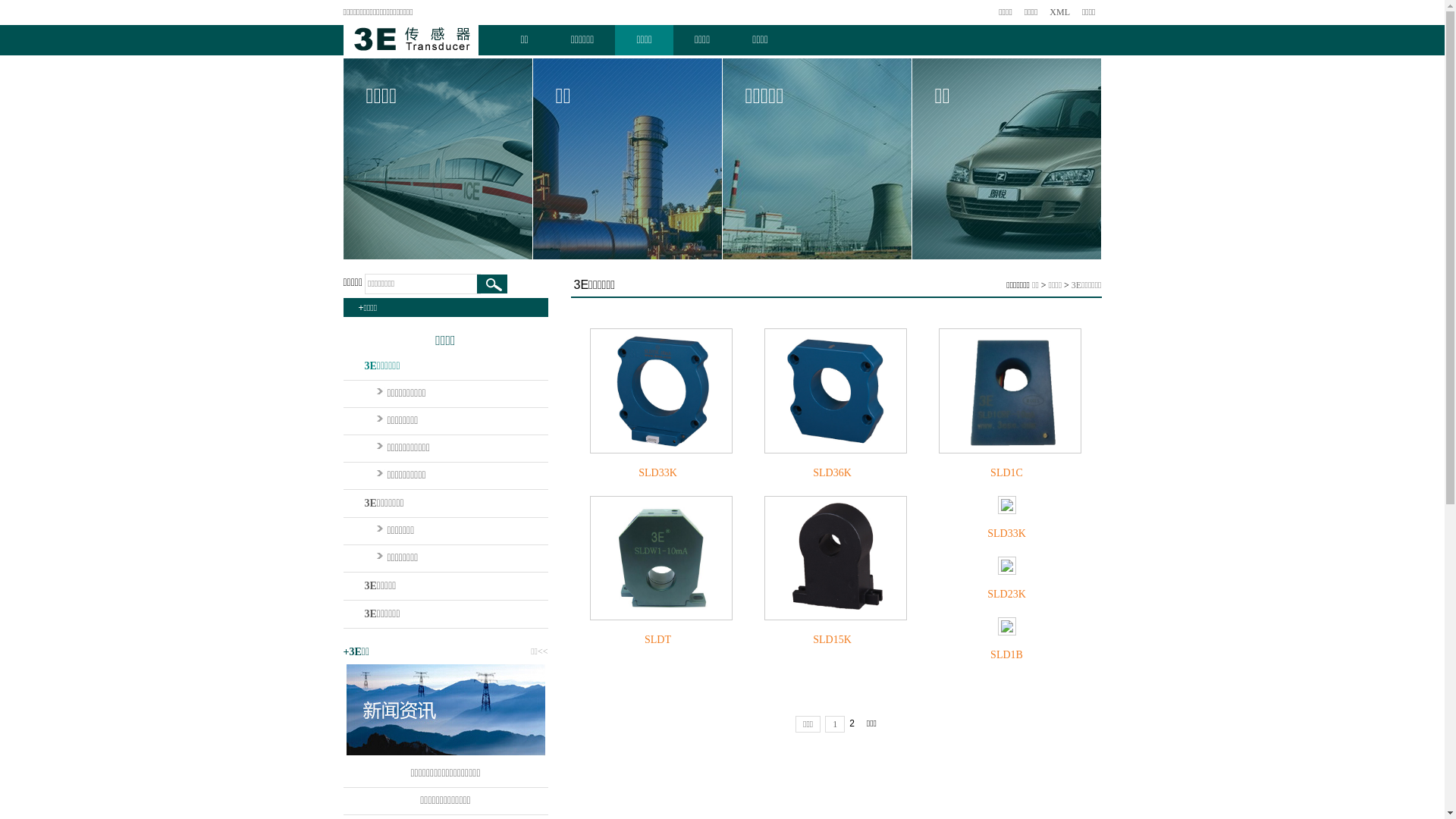 This screenshot has width=1456, height=819. Describe the element at coordinates (833, 723) in the screenshot. I see `'1'` at that location.